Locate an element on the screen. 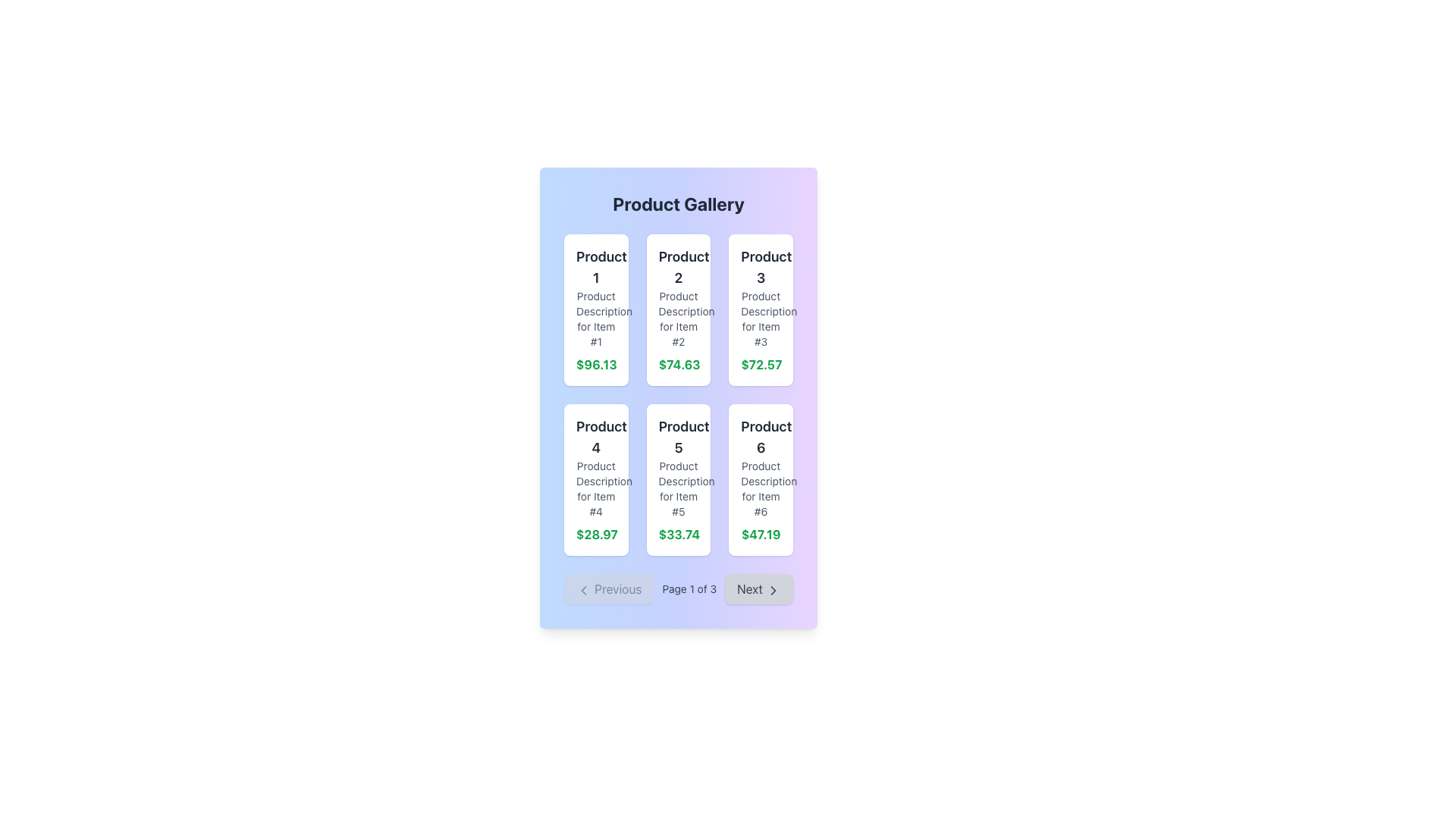 The height and width of the screenshot is (819, 1456). the text block displaying 'Product Description for Item #4', which is styled with a smaller font size and gray color, located beneath the title 'Product 4' and above the price '$28.97' is located at coordinates (595, 488).